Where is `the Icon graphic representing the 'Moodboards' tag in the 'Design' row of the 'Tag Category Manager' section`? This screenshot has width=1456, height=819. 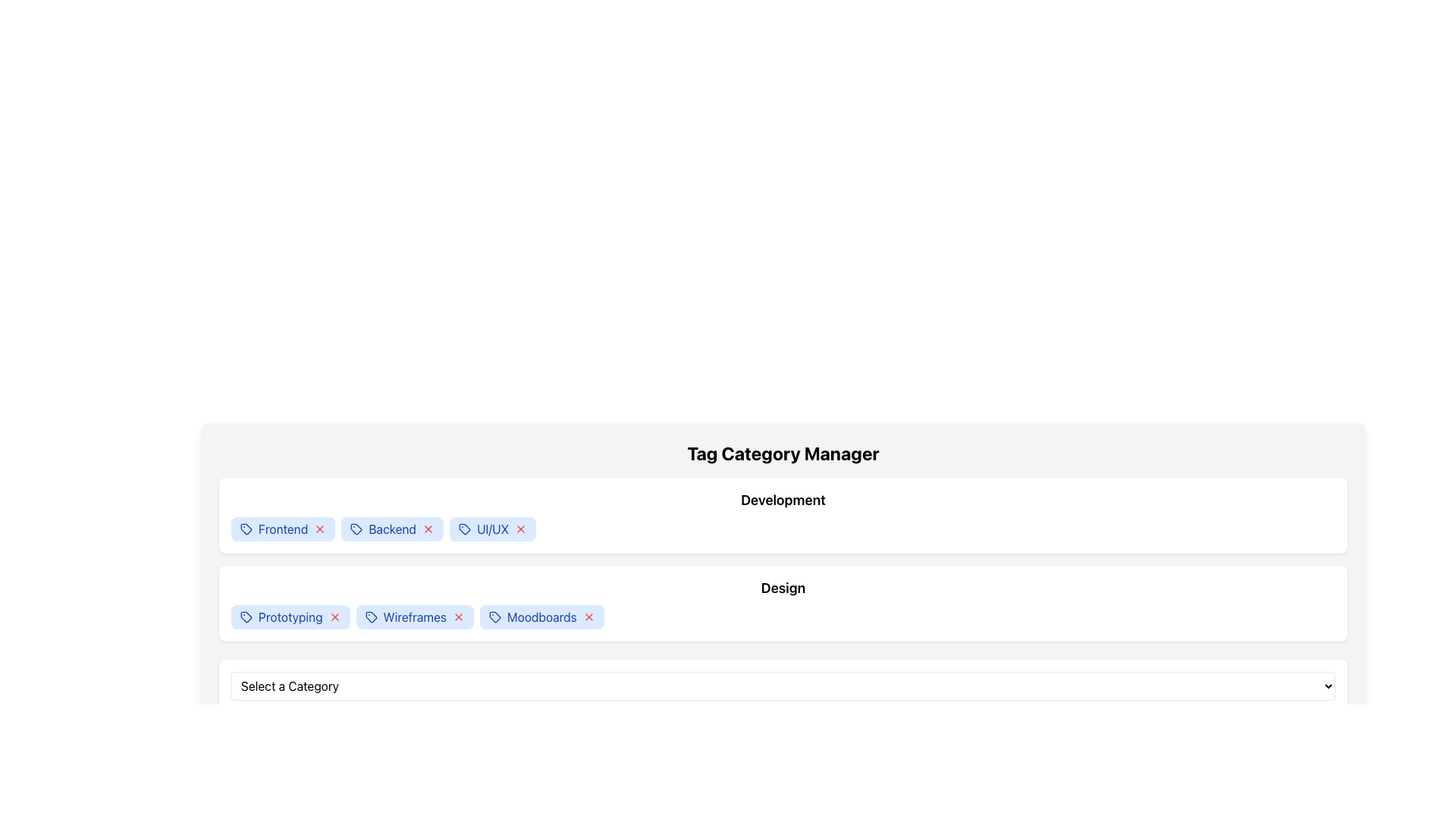 the Icon graphic representing the 'Moodboards' tag in the 'Design' row of the 'Tag Category Manager' section is located at coordinates (494, 617).